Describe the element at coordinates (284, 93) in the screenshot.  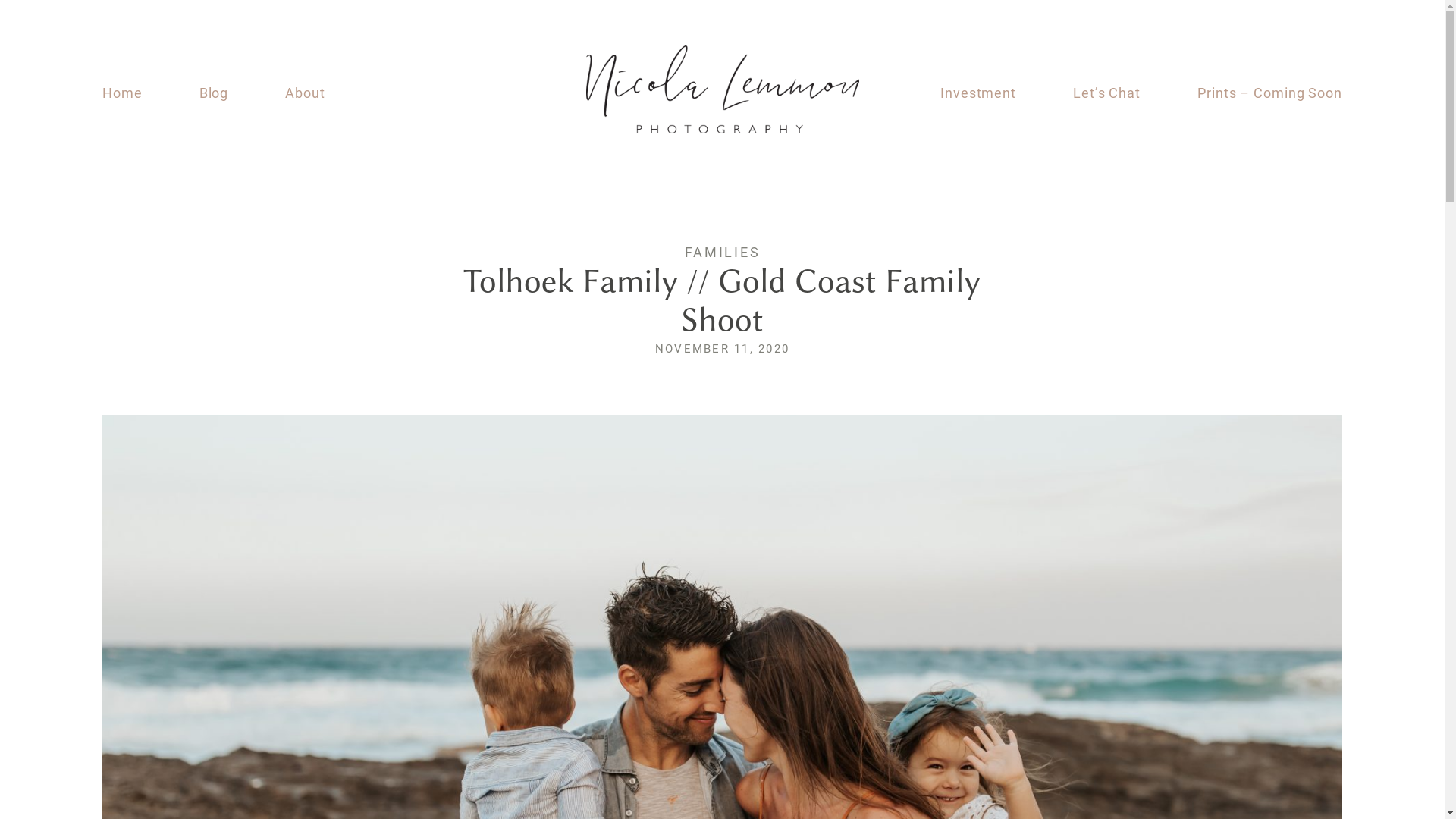
I see `'About'` at that location.